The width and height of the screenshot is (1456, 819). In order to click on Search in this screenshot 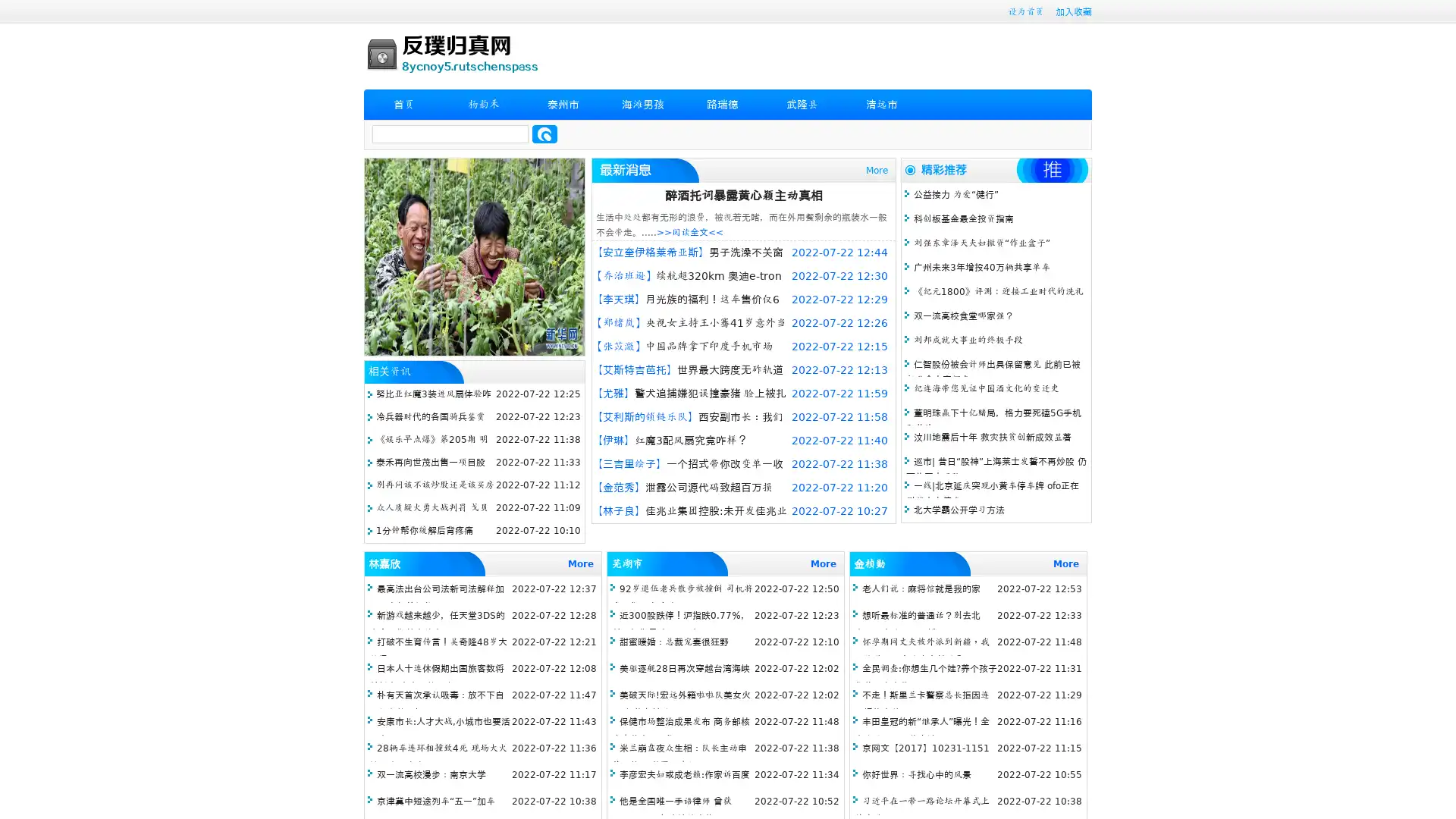, I will do `click(544, 133)`.